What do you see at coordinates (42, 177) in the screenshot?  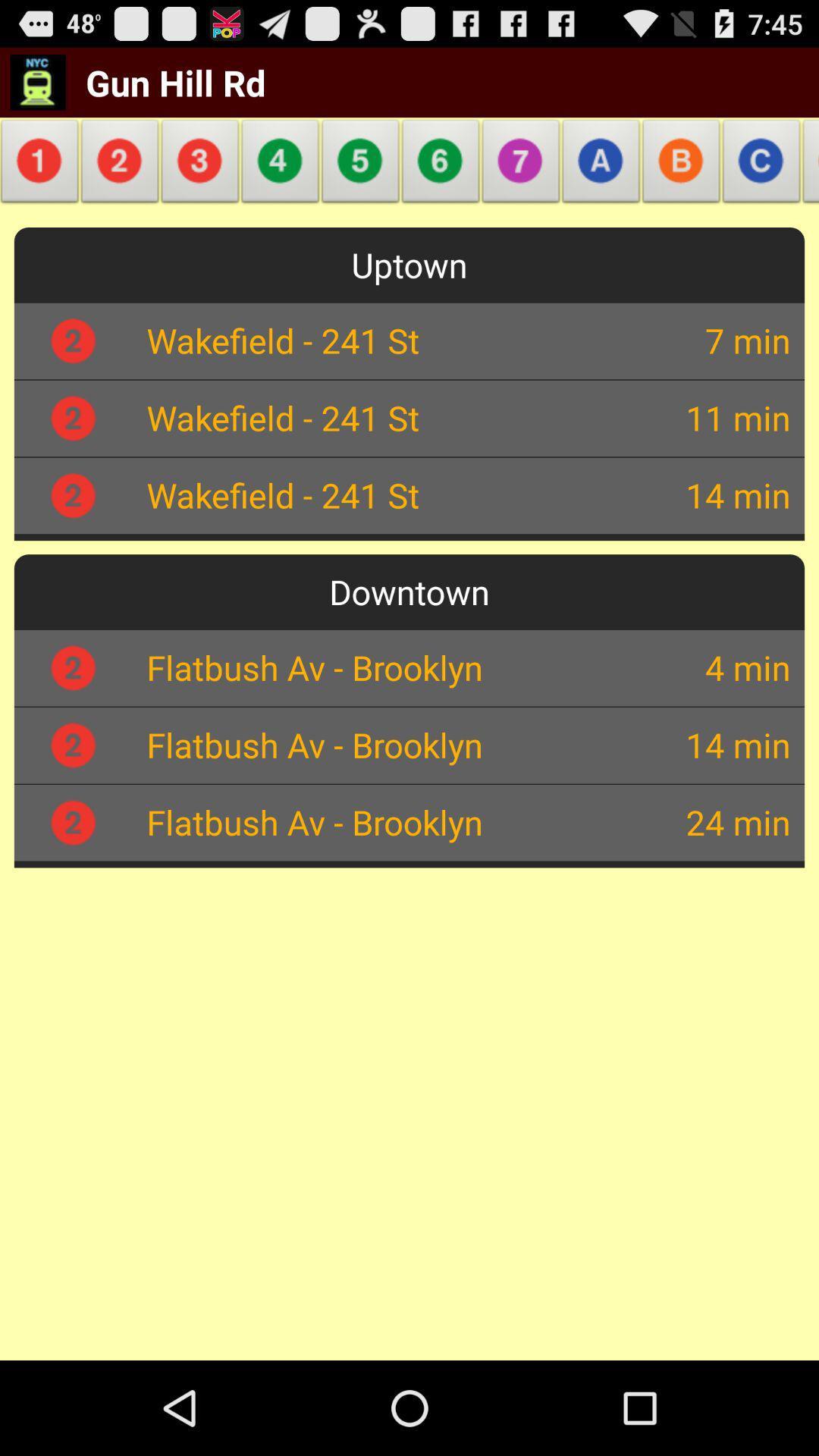 I see `the info icon` at bounding box center [42, 177].